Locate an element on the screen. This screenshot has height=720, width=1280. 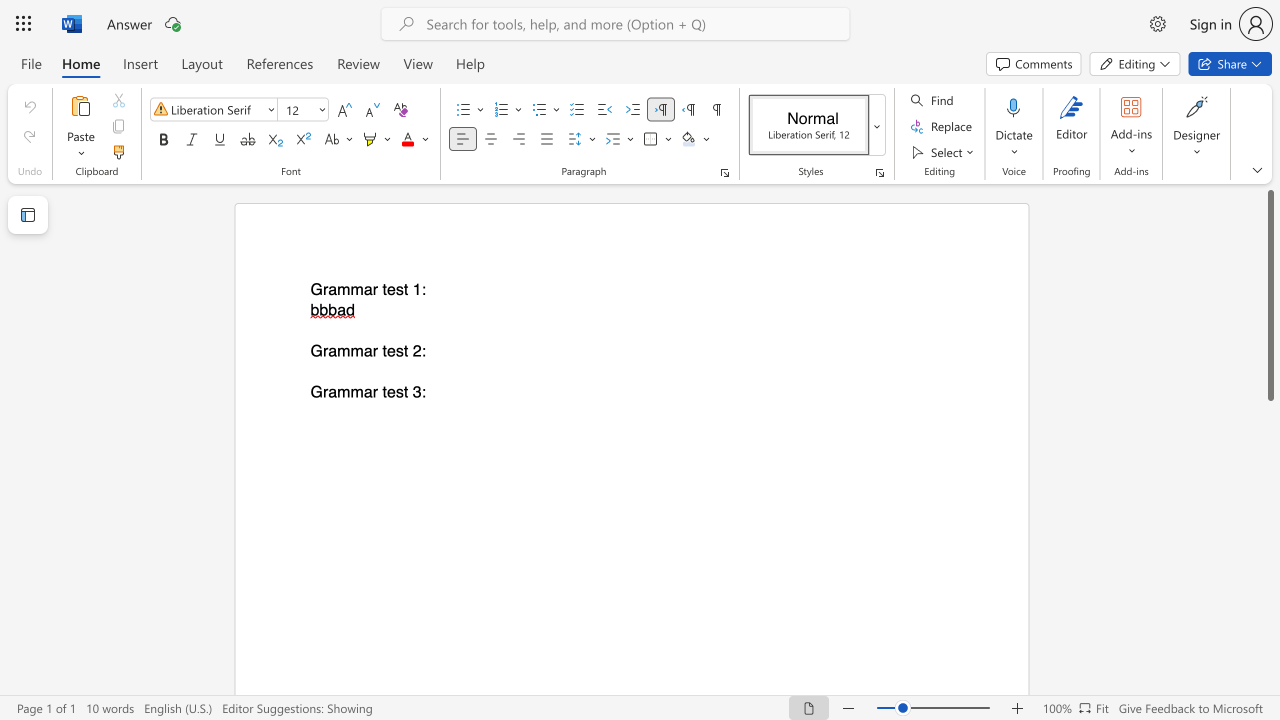
the vertical scrollbar to lower the page content is located at coordinates (1269, 450).